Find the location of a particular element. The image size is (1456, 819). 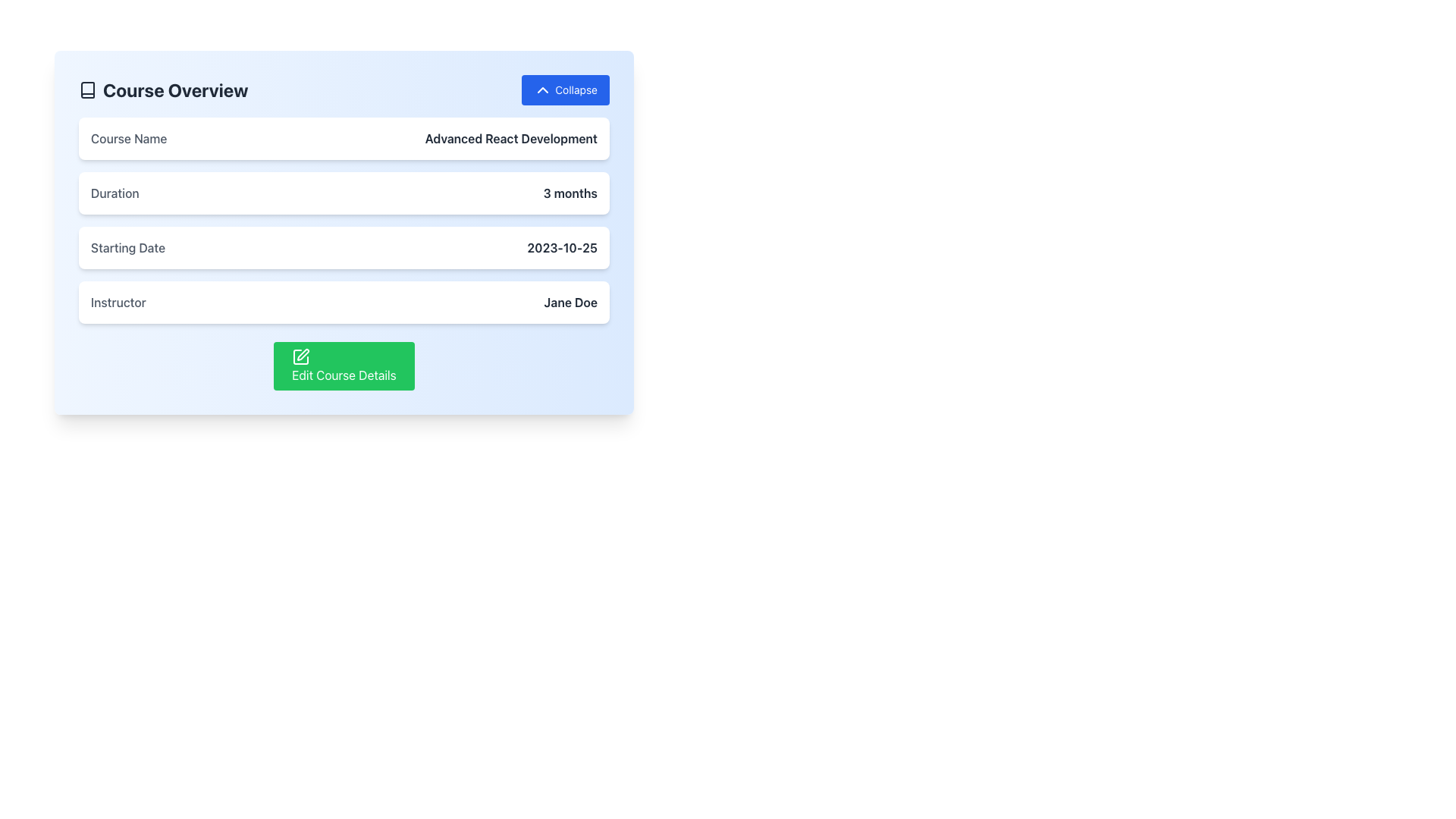

the text element displaying the name 'Jane Doe', which is bold and dark gray, located to the right of the label 'Instructor' is located at coordinates (570, 302).